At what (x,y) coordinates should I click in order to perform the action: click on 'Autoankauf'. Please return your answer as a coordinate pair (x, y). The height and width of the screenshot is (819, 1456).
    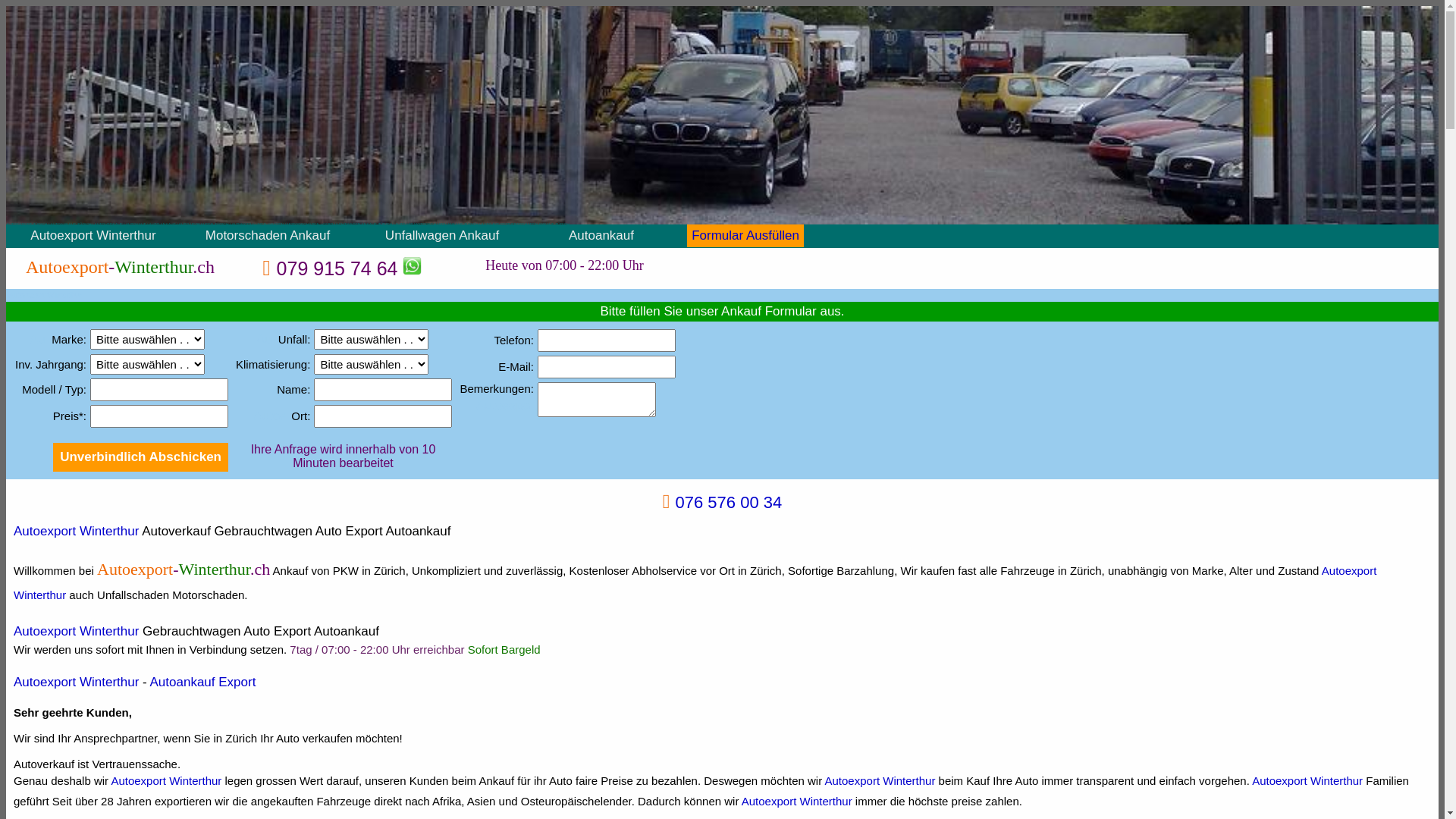
    Looking at the image, I should click on (600, 235).